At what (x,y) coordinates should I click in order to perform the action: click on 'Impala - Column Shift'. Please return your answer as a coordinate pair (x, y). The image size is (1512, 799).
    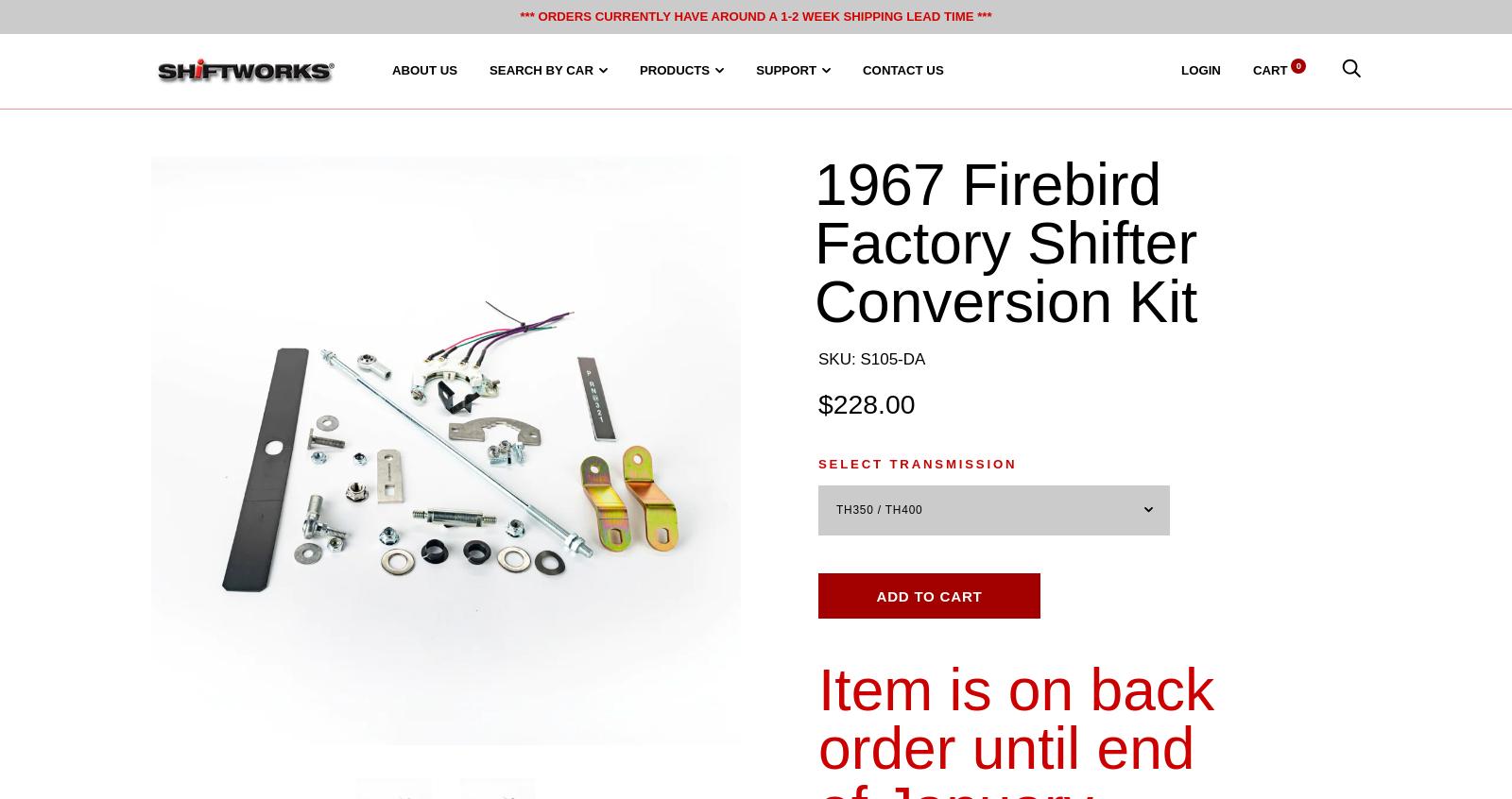
    Looking at the image, I should click on (799, 371).